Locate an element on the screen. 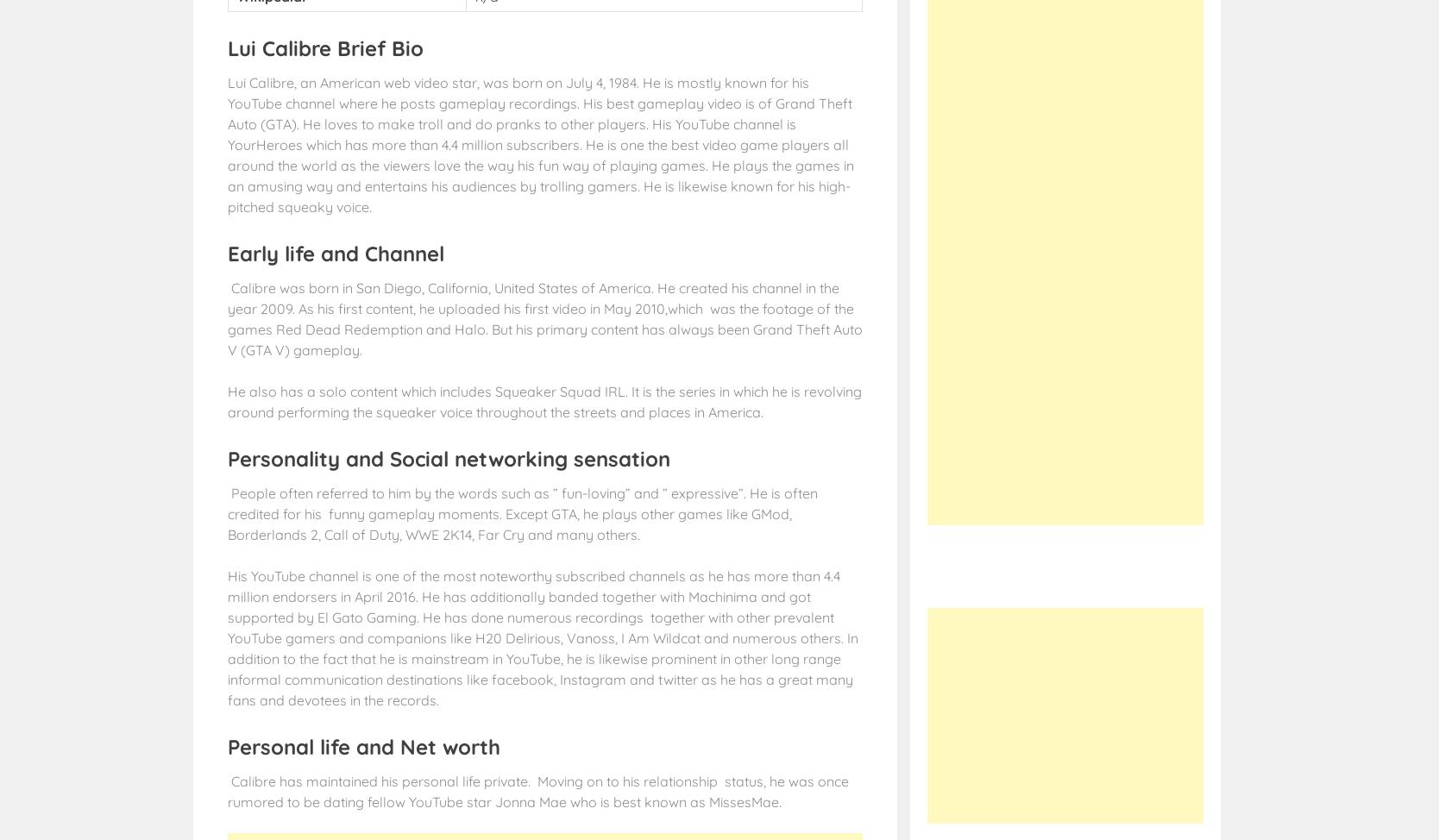  'Personality and Social networking sensation' is located at coordinates (448, 458).